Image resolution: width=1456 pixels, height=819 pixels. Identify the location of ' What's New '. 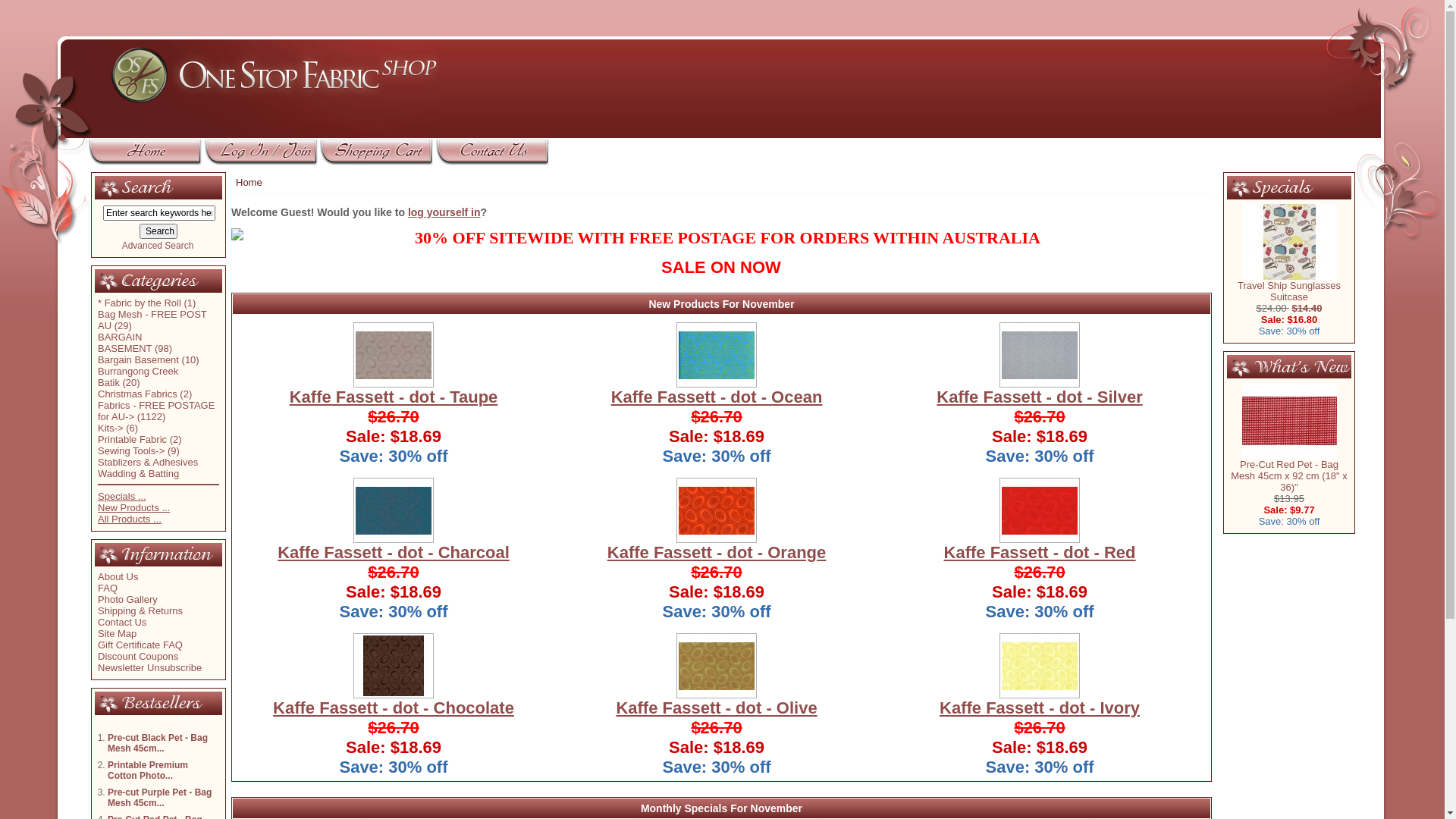
(1226, 366).